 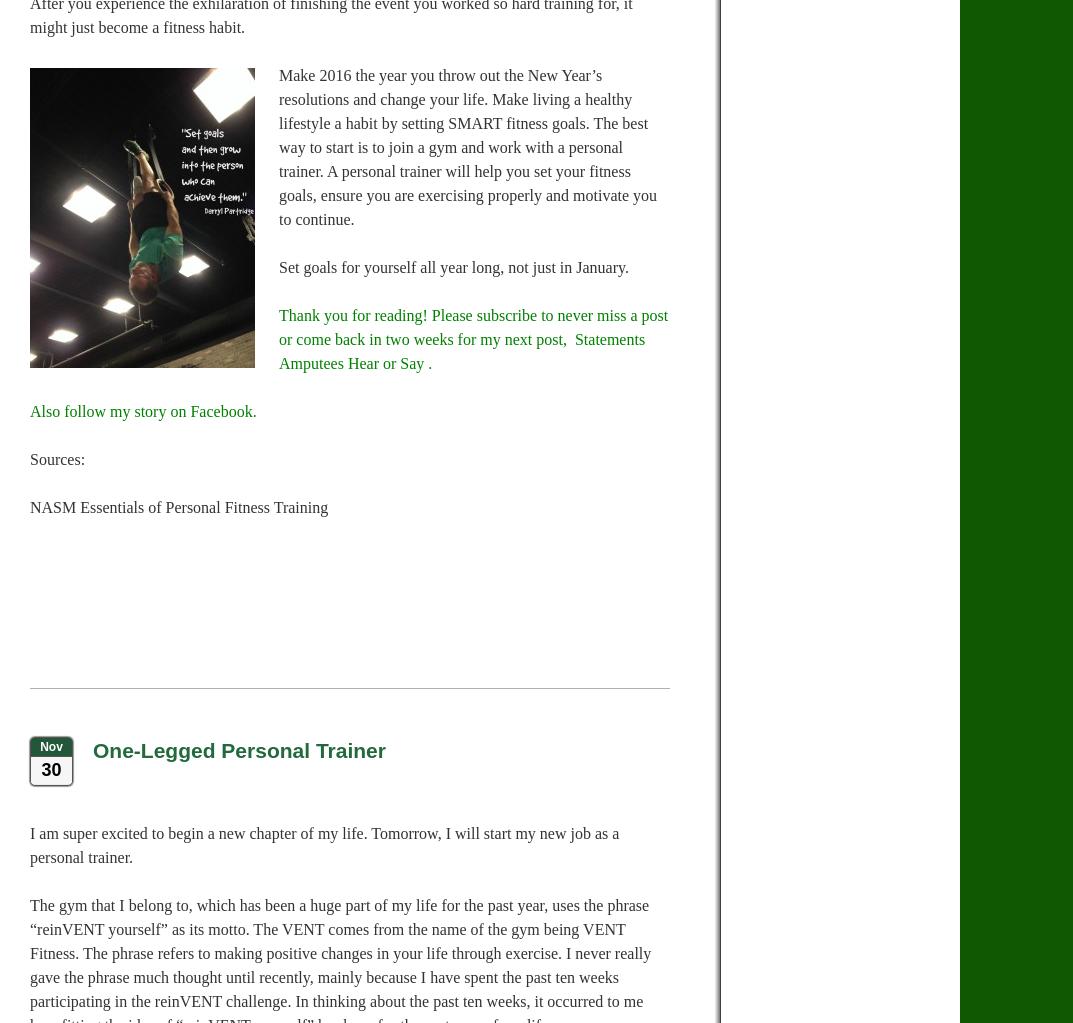 What do you see at coordinates (56, 458) in the screenshot?
I see `'Sources:'` at bounding box center [56, 458].